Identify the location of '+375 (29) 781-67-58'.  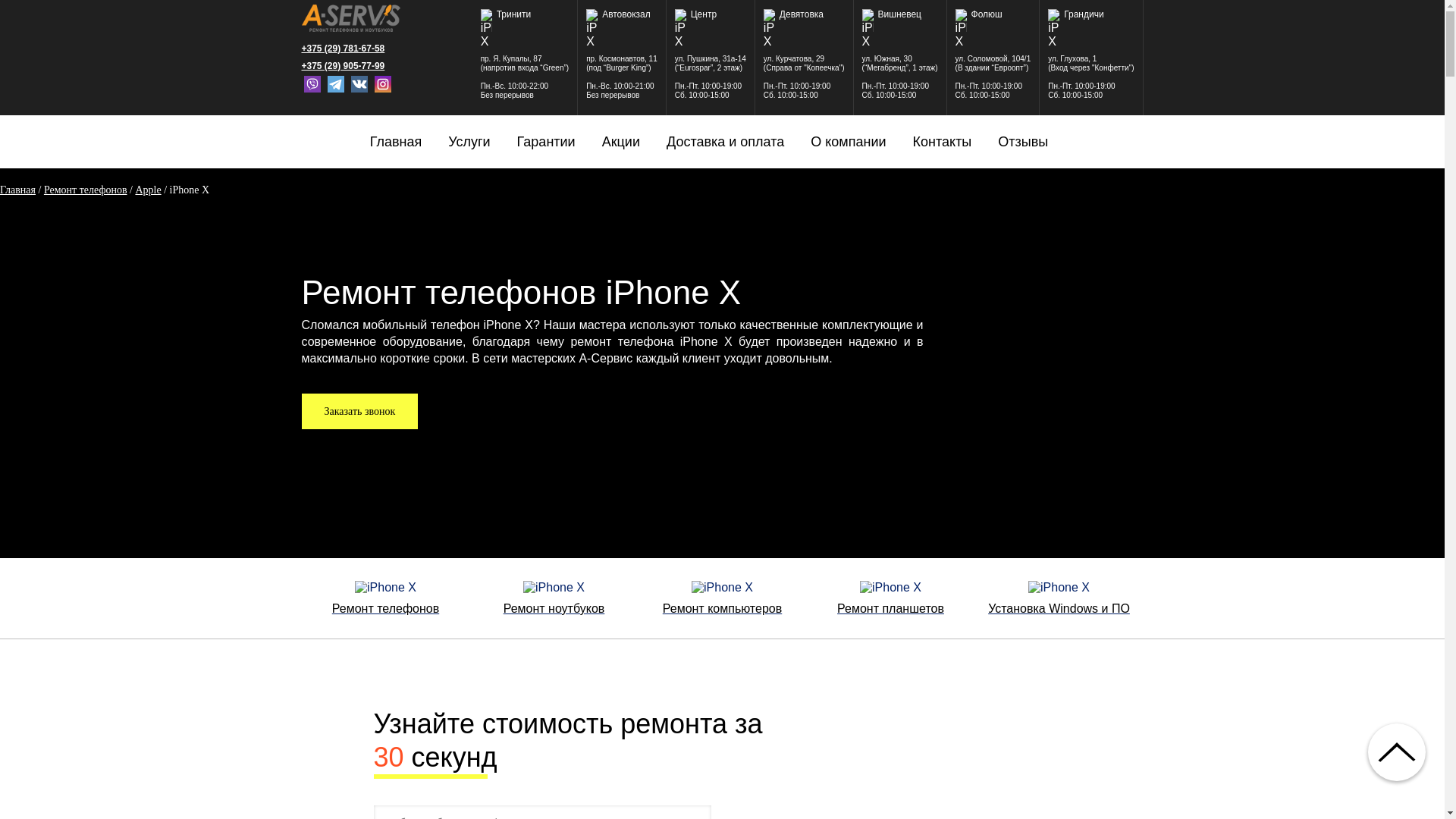
(350, 48).